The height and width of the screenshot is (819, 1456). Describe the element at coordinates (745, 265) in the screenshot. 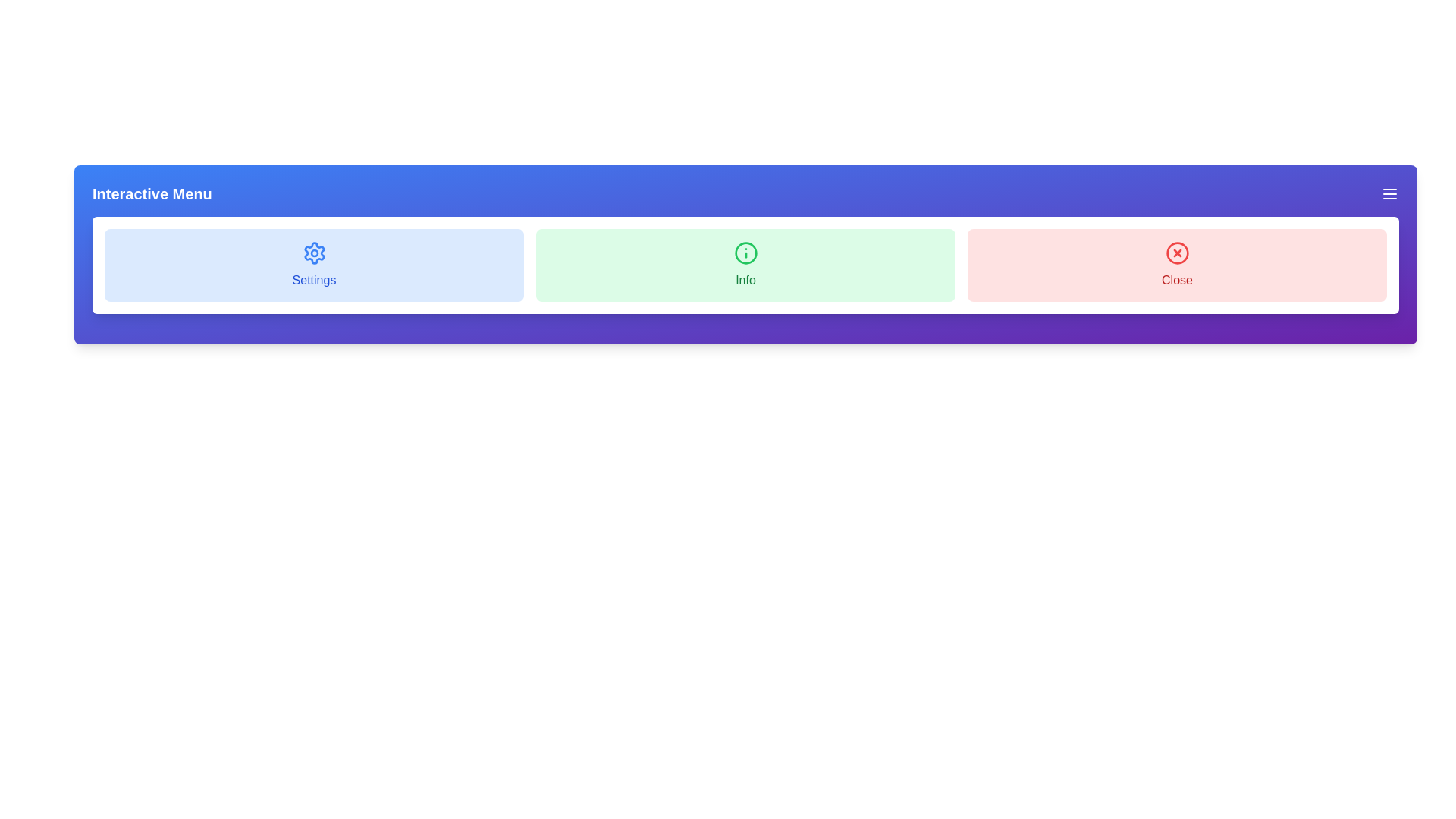

I see `the 'Info' button to view information` at that location.